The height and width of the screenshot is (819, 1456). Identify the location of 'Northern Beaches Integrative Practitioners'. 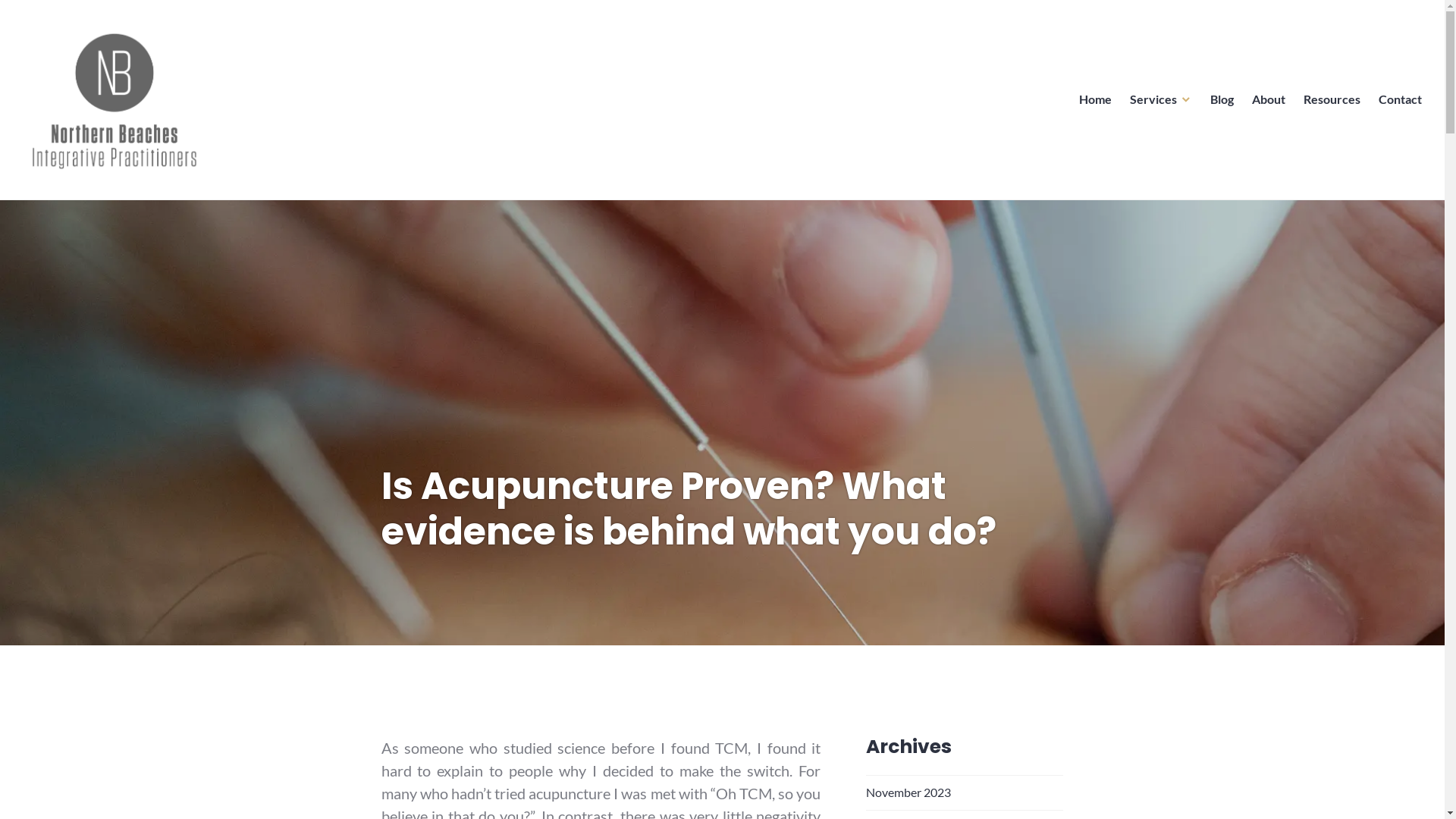
(234, 196).